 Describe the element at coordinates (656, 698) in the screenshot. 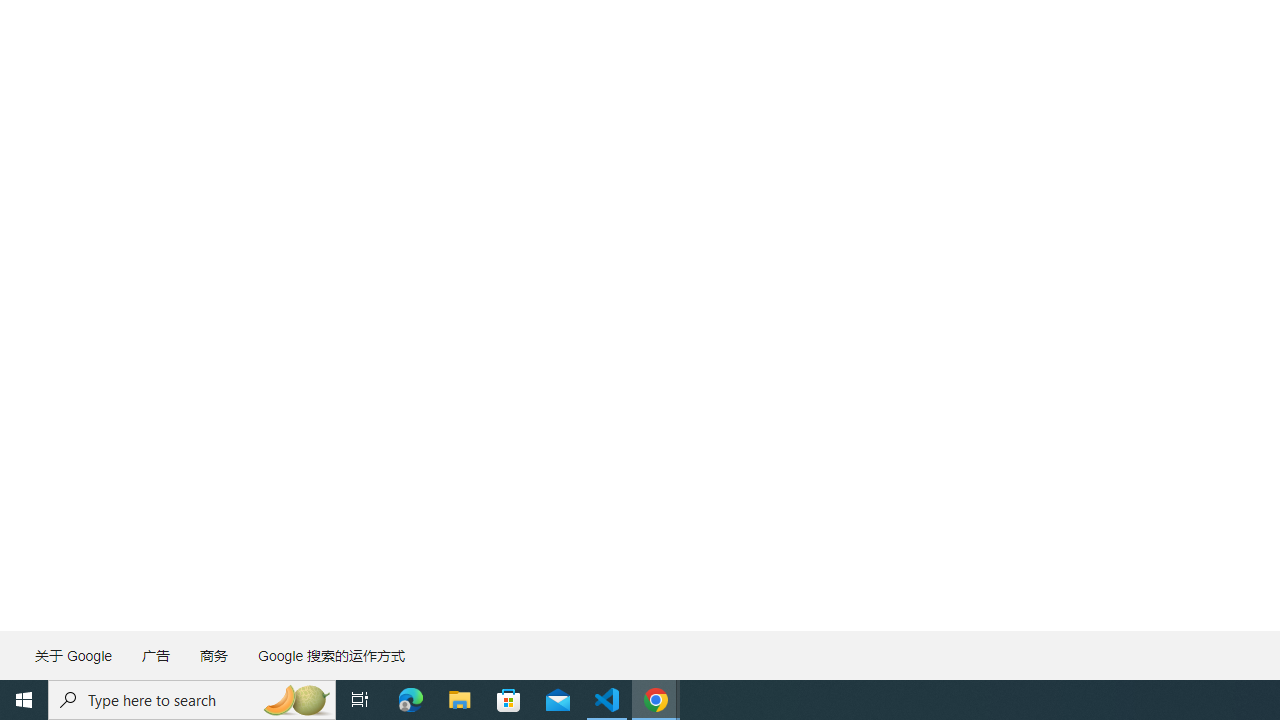

I see `'Google Chrome - 2 running windows'` at that location.